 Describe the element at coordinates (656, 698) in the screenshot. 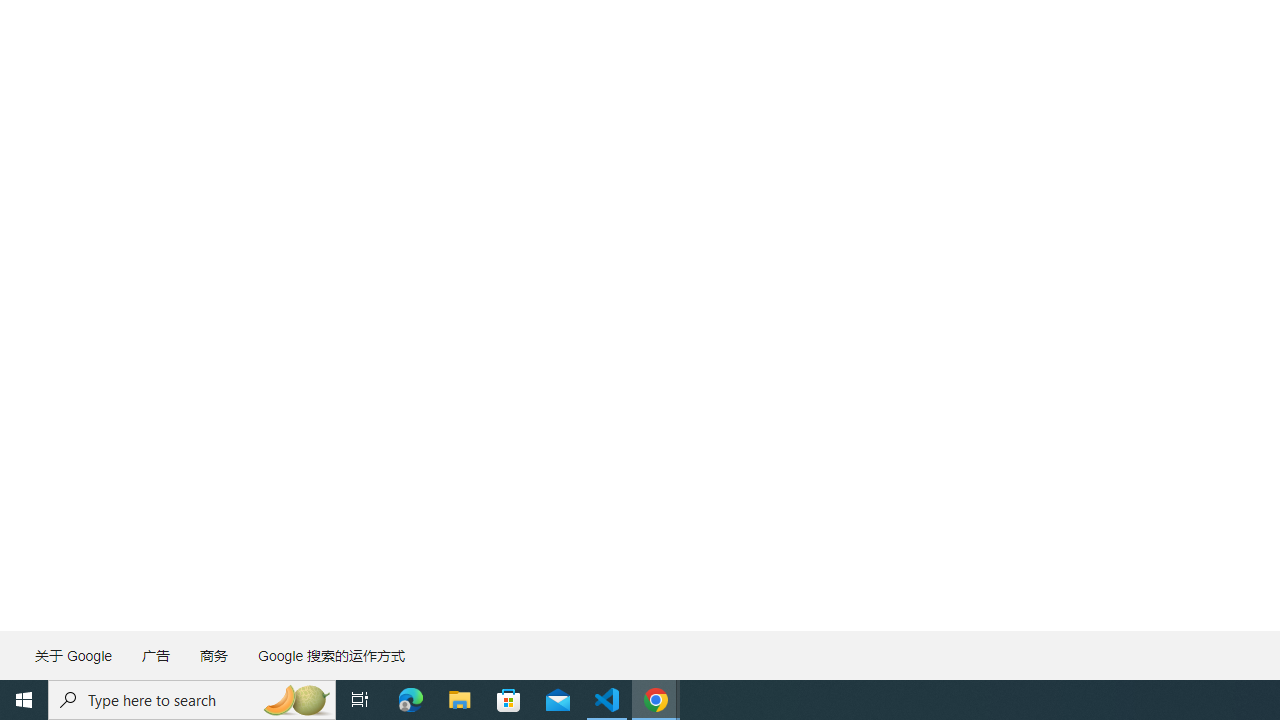

I see `'Google Chrome - 2 running windows'` at that location.